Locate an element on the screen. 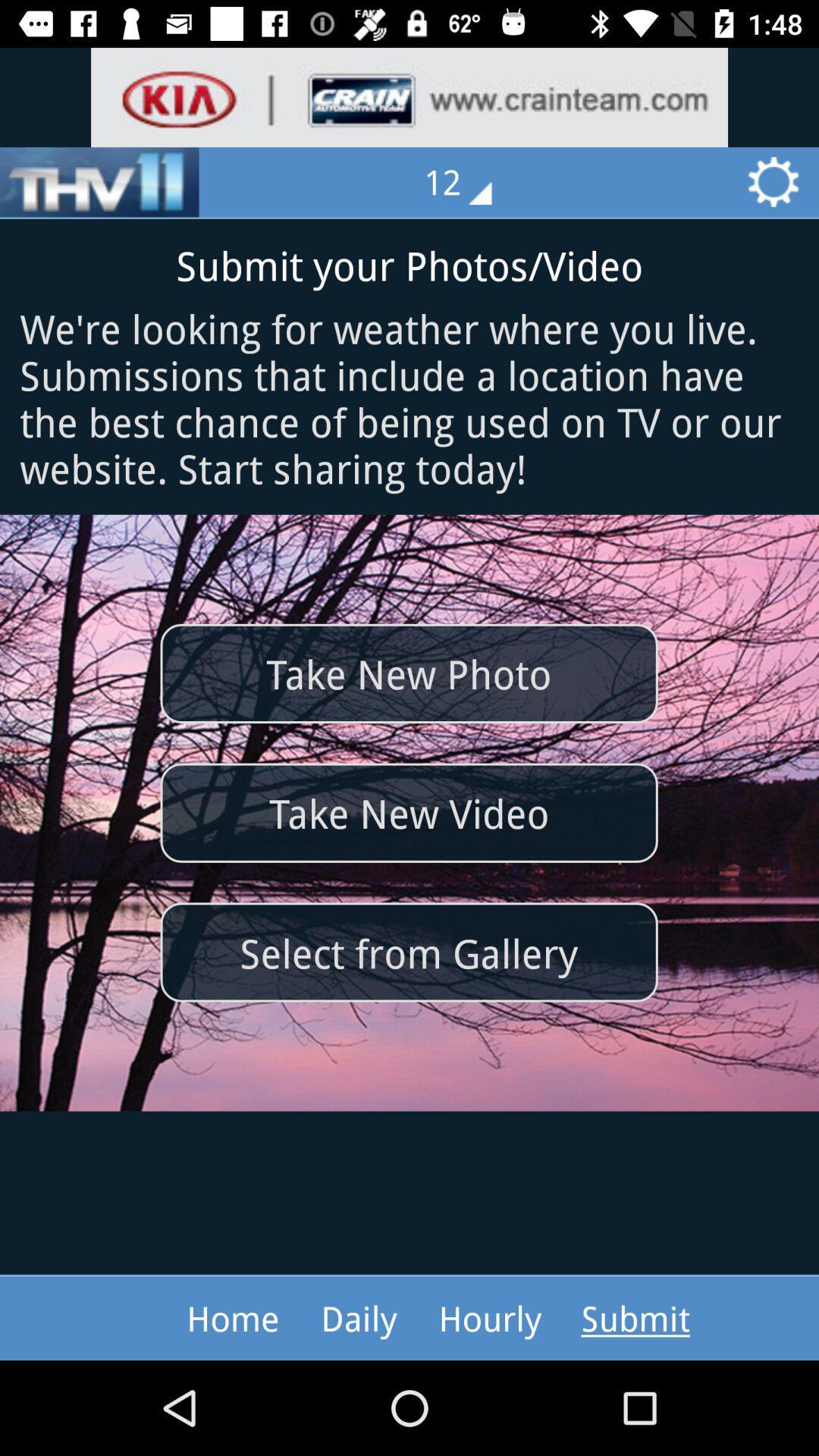 This screenshot has height=1456, width=819. banner advertisement is located at coordinates (409, 96).